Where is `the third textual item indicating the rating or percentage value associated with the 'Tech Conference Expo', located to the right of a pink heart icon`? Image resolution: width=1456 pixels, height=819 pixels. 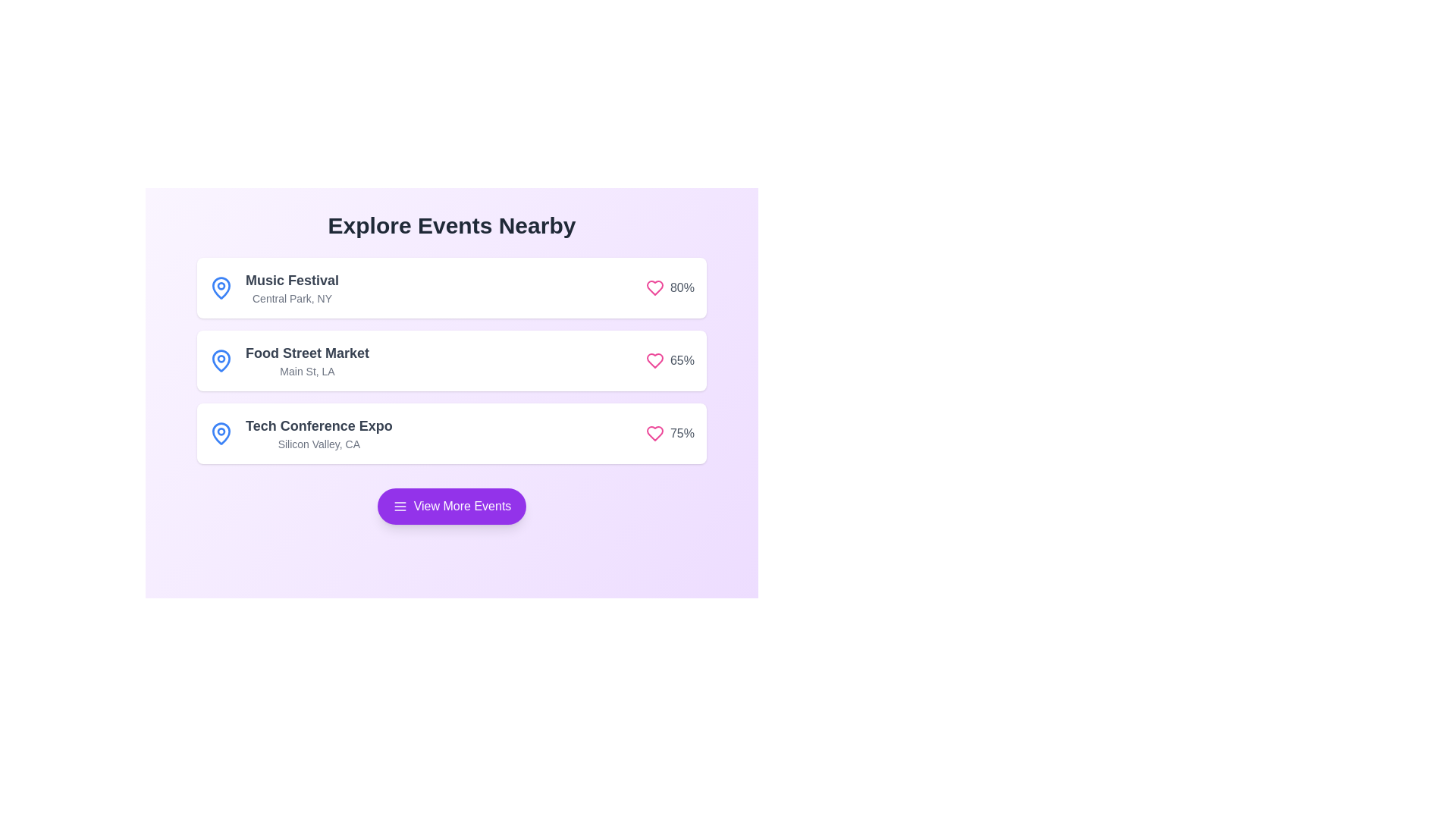 the third textual item indicating the rating or percentage value associated with the 'Tech Conference Expo', located to the right of a pink heart icon is located at coordinates (681, 433).